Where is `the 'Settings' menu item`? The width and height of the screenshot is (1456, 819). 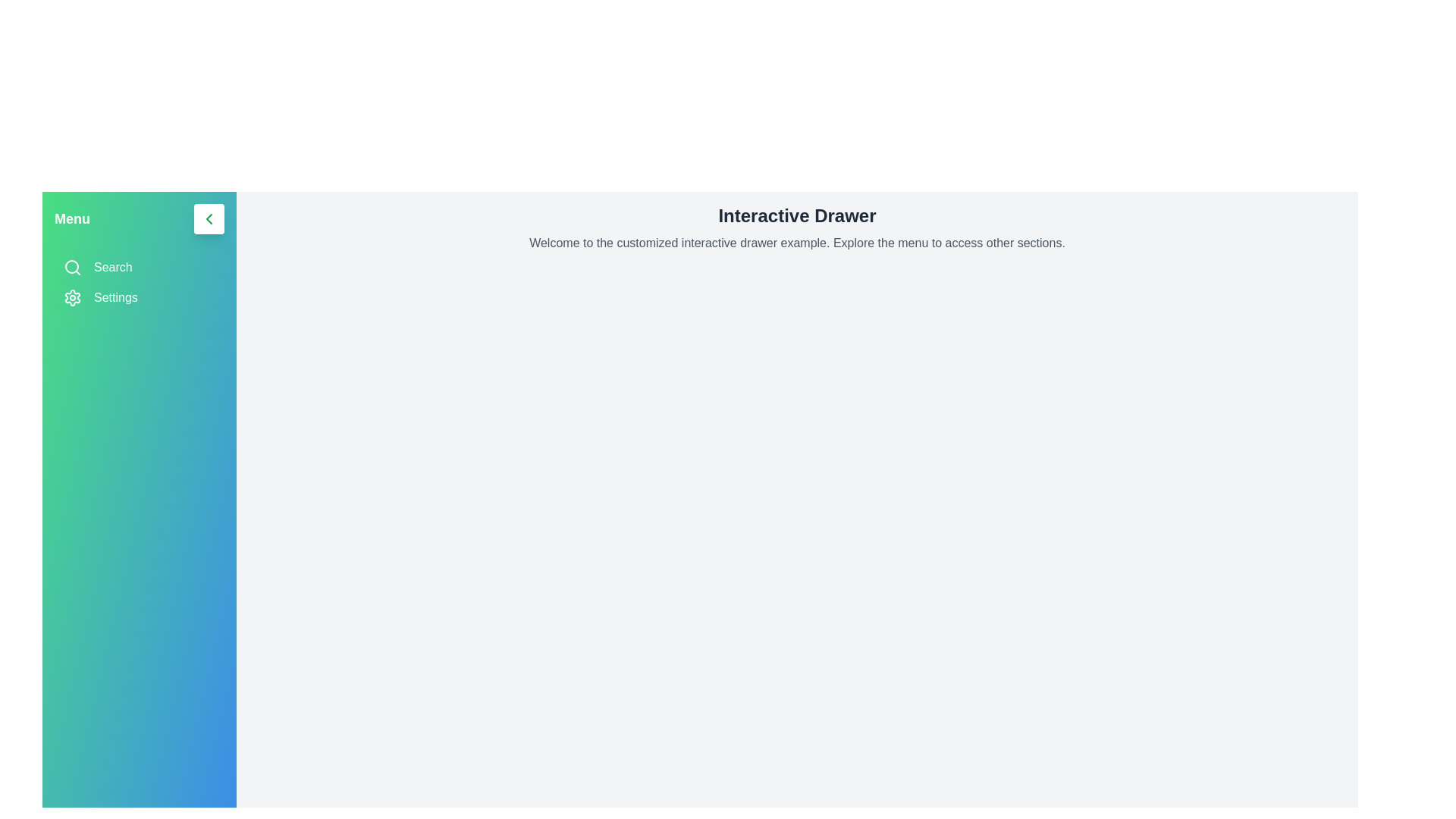
the 'Settings' menu item is located at coordinates (139, 298).